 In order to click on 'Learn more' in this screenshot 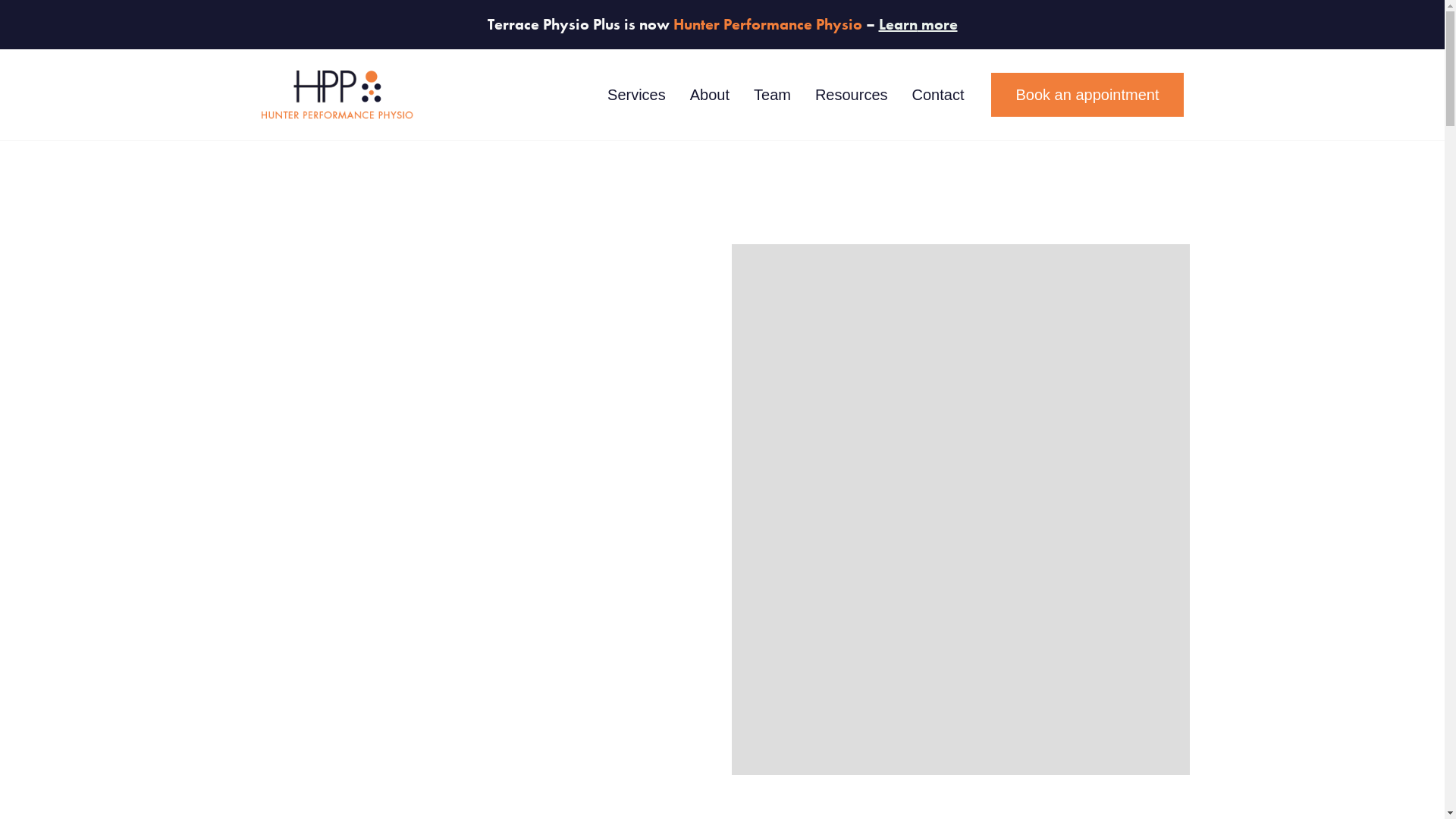, I will do `click(877, 24)`.